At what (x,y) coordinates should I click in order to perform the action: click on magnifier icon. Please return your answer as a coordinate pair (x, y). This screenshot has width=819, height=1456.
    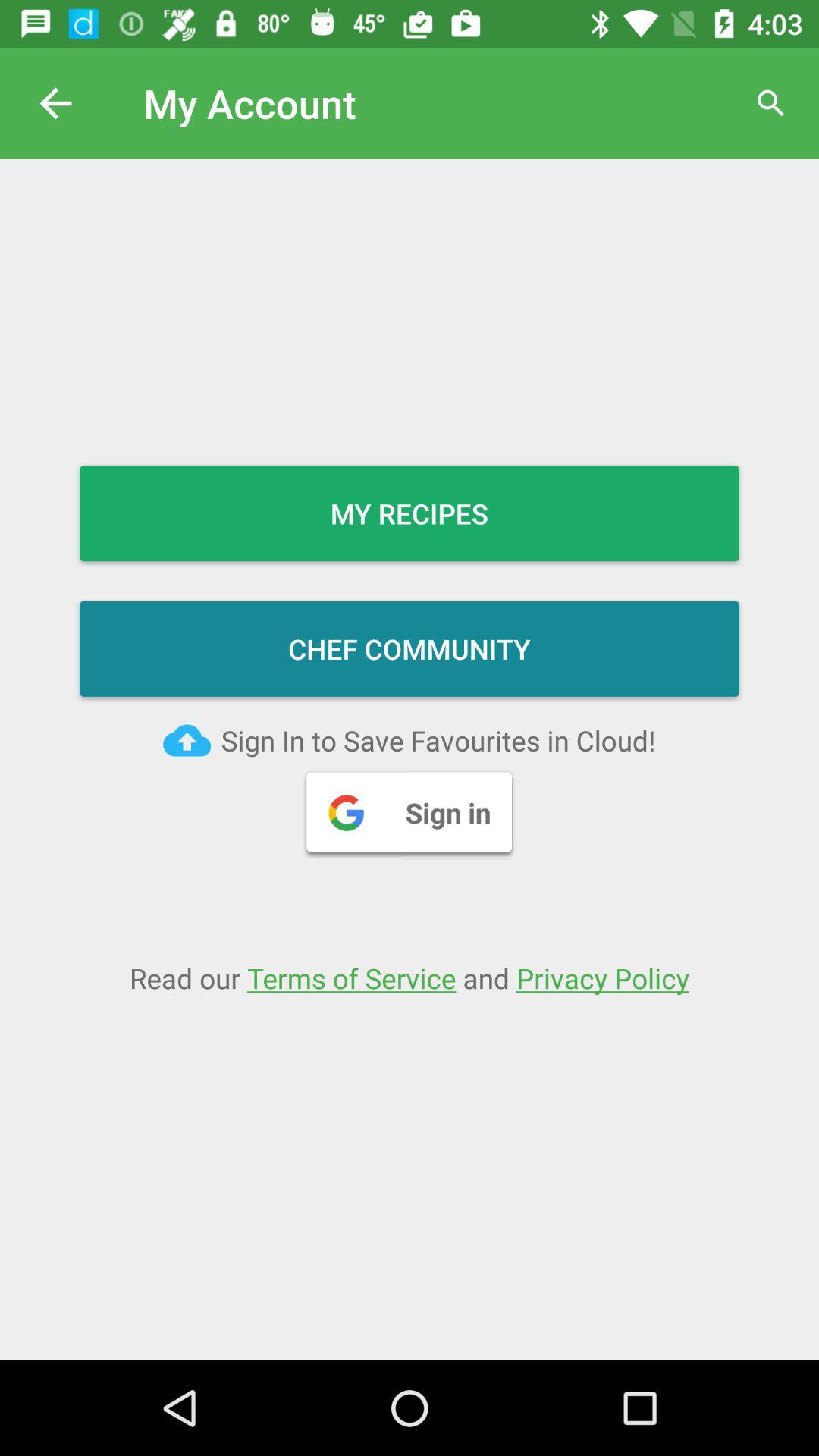
    Looking at the image, I should click on (771, 103).